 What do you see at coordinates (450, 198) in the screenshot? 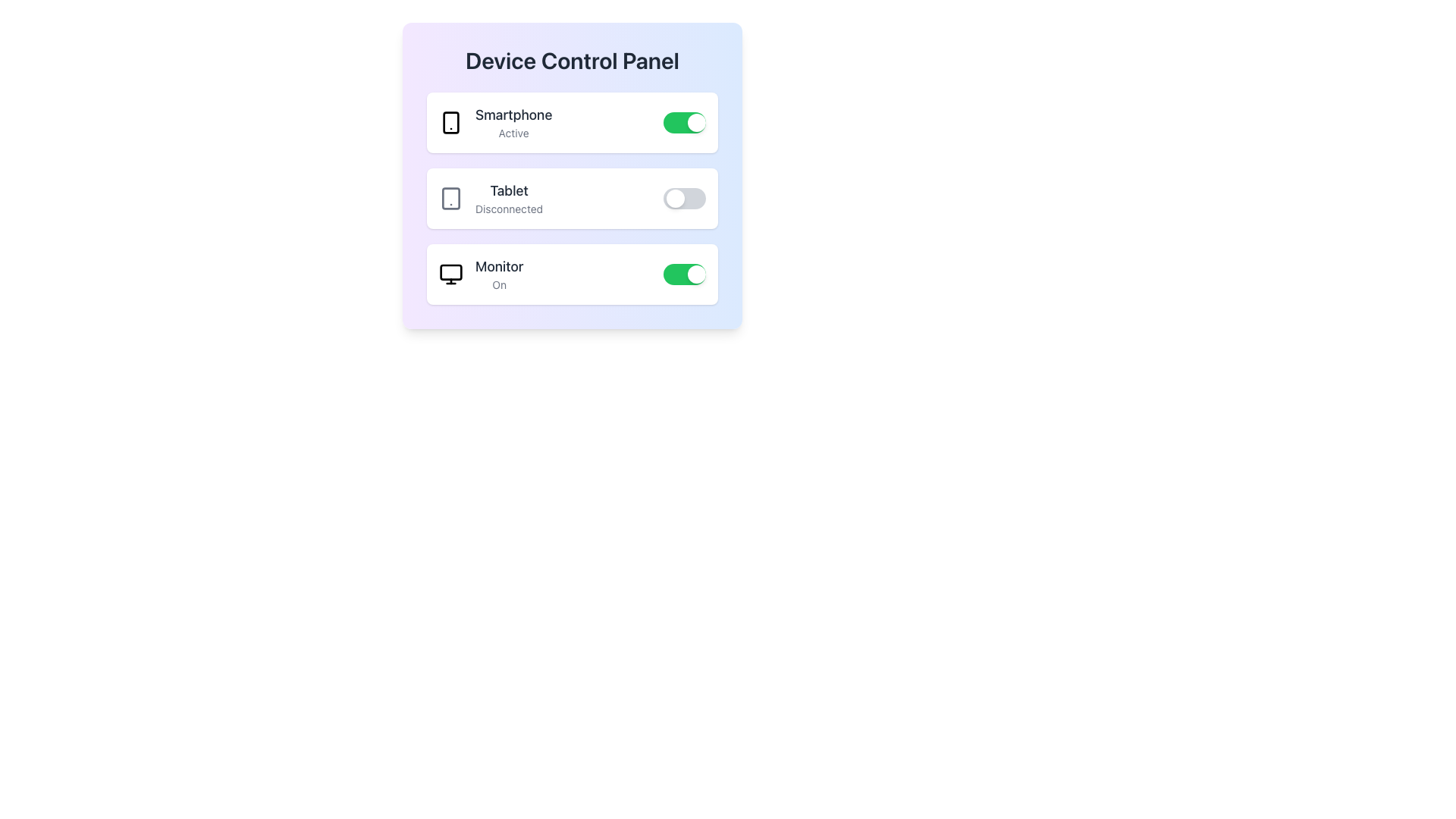
I see `the static icon representing a tablet device, which is styled in gray and located in the second row of the 'Device Control Panel' next to the label 'Tablet'` at bounding box center [450, 198].